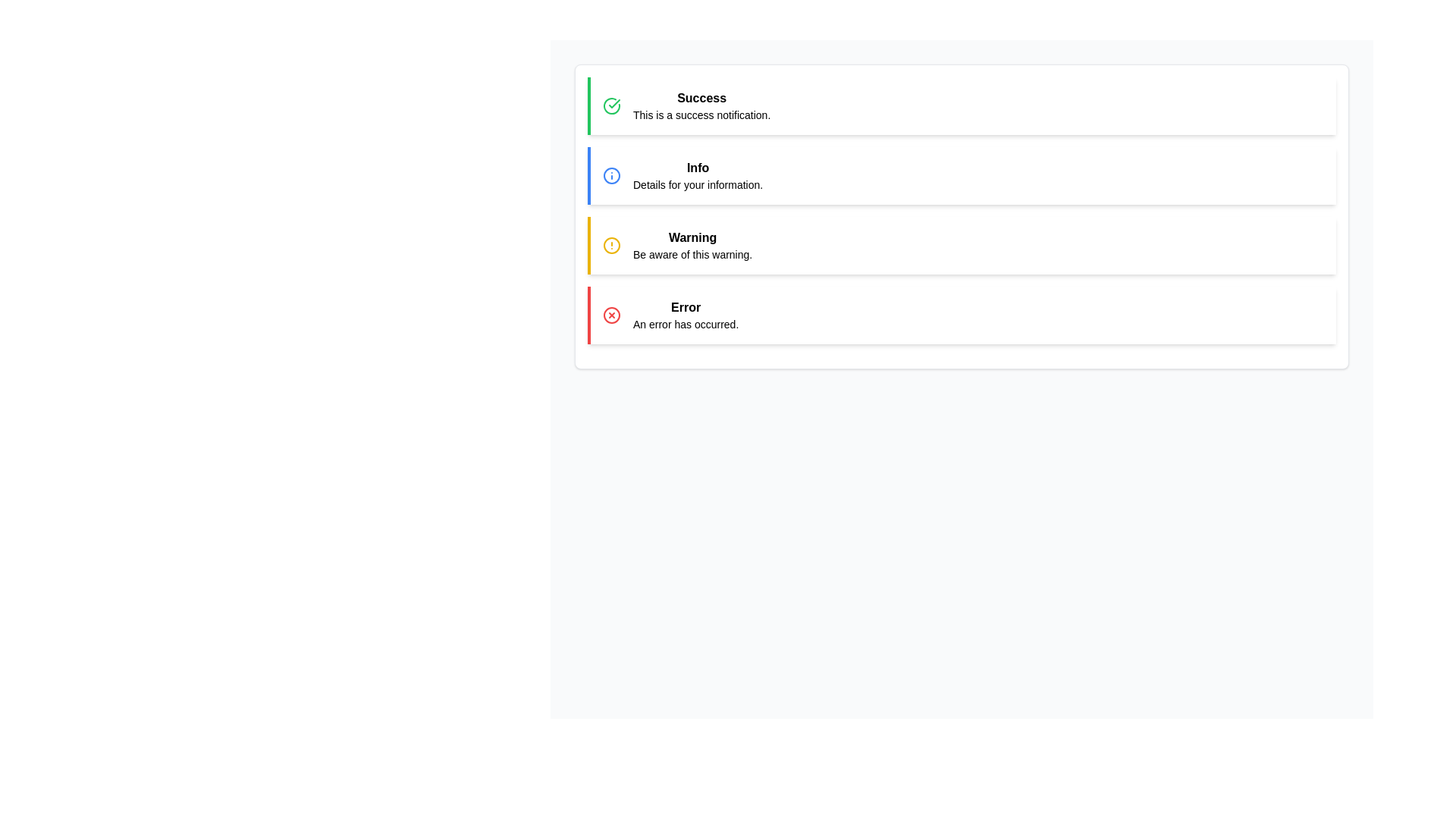  What do you see at coordinates (692, 245) in the screenshot?
I see `text from the warning notification box, which displays 'Warning' in bold and 'Be aware of this warning.' in smaller font, located between the info and error notifications` at bounding box center [692, 245].